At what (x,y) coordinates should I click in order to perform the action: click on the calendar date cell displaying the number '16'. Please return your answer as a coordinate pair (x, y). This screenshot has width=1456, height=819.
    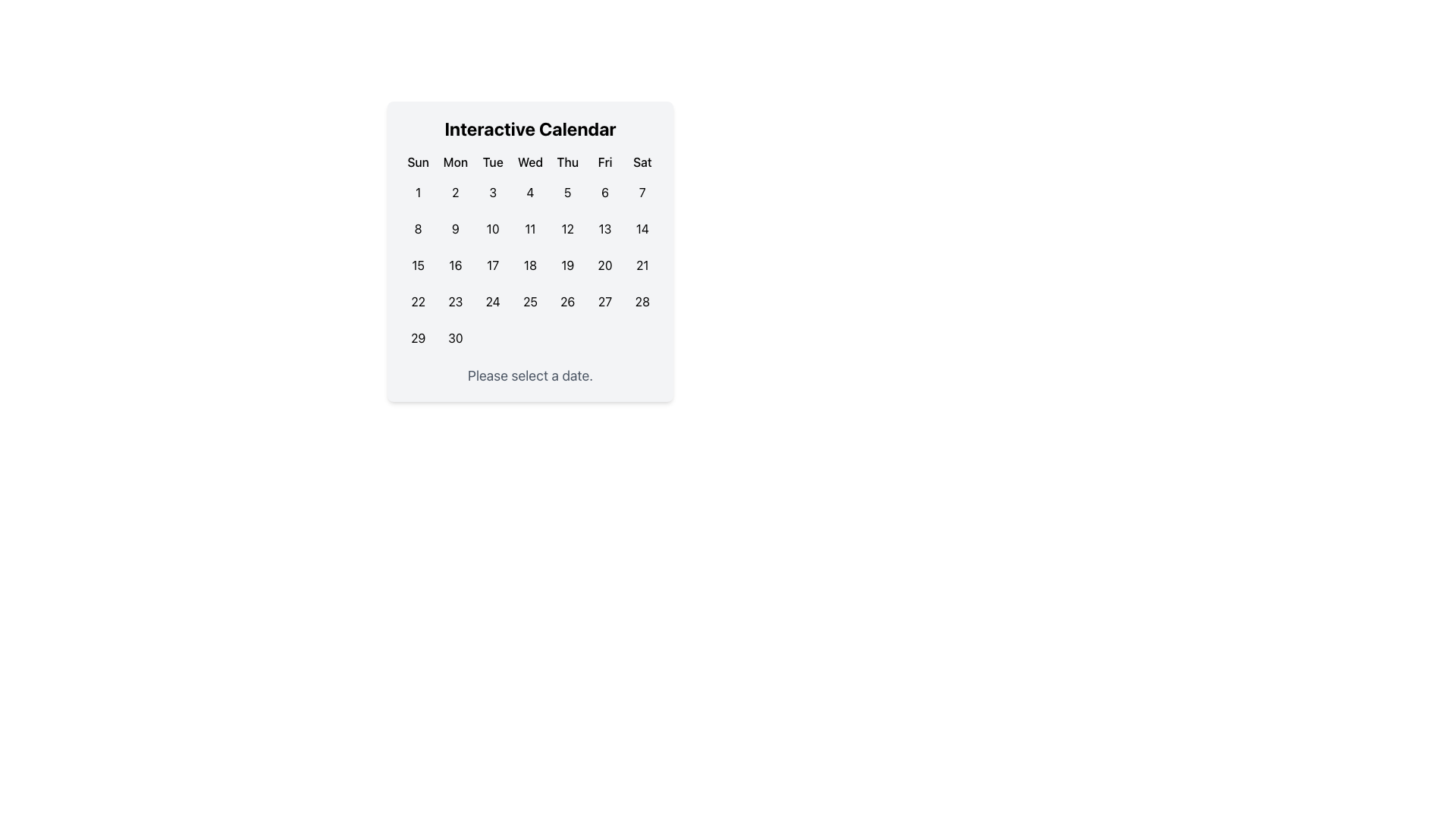
    Looking at the image, I should click on (454, 265).